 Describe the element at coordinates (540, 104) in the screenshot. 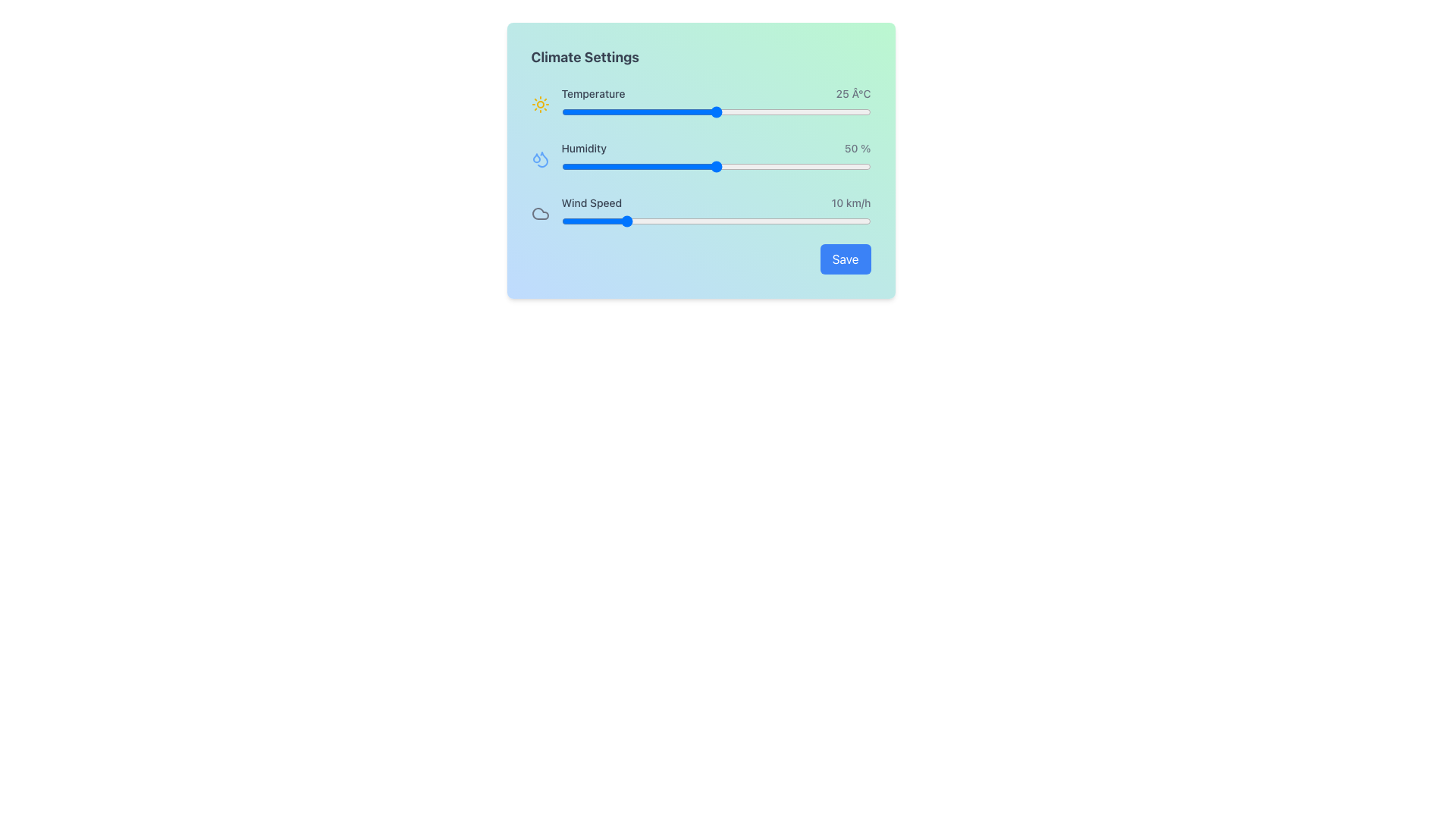

I see `the sun-shaped icon with rays extending outward, which is yellow and located to the left of the 'Temperature' text in the climate control settings section` at that location.